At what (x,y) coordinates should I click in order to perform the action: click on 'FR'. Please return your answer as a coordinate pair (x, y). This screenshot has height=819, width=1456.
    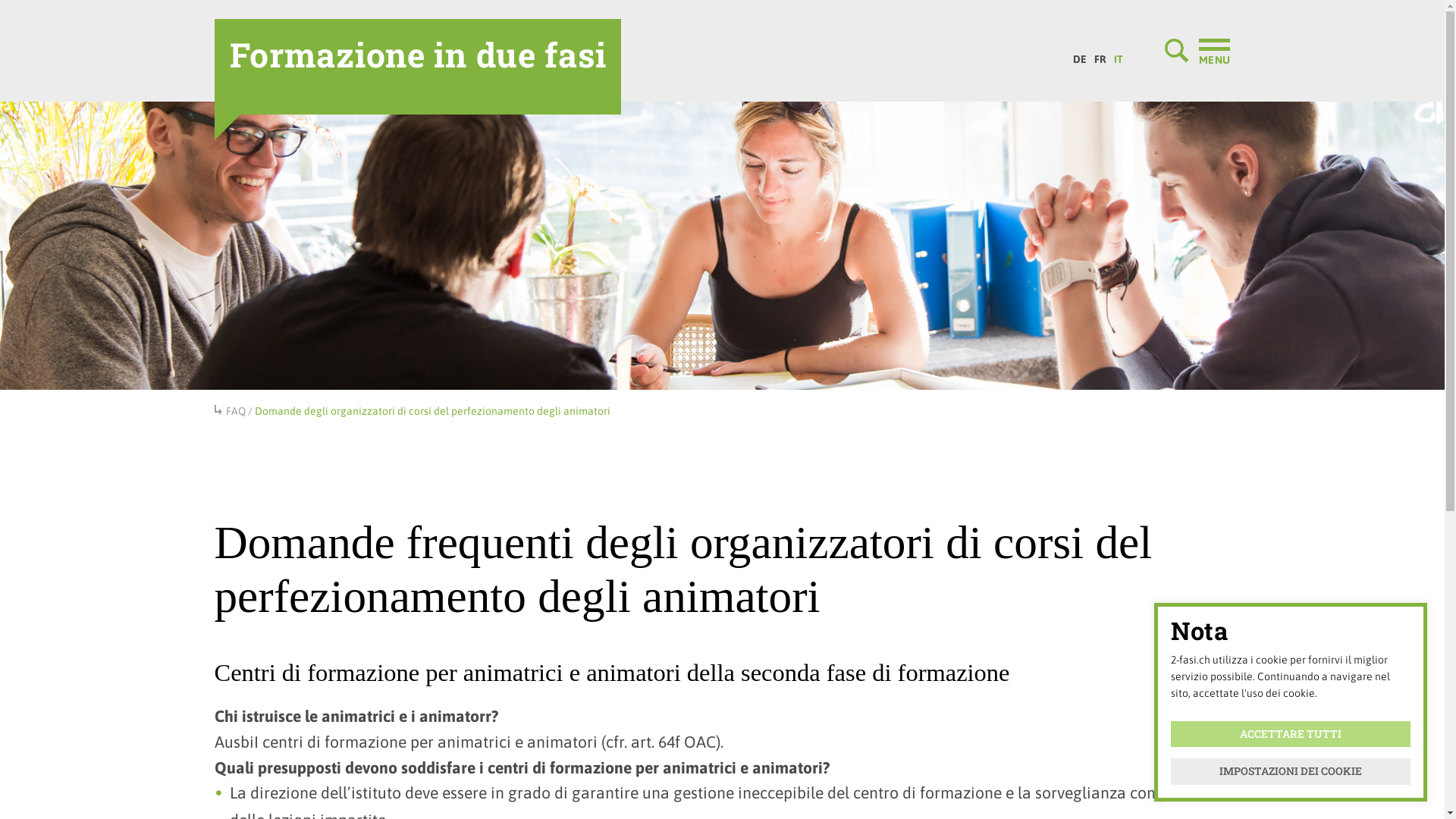
    Looking at the image, I should click on (1090, 55).